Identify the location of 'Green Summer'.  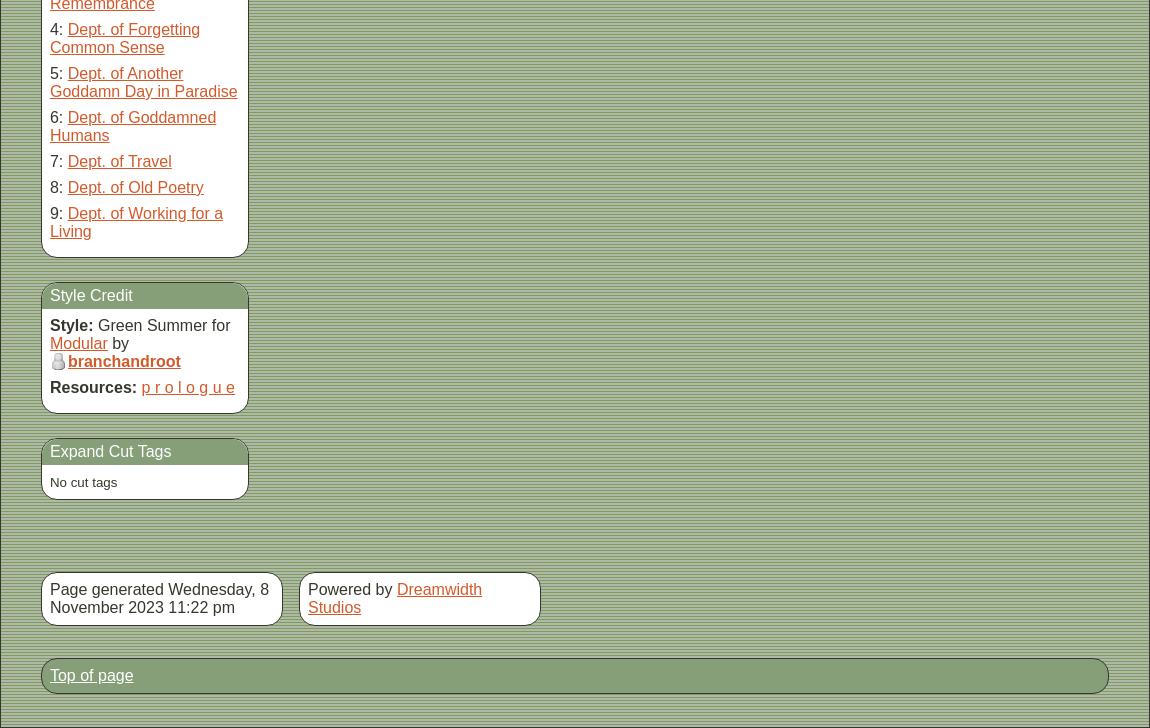
(151, 325).